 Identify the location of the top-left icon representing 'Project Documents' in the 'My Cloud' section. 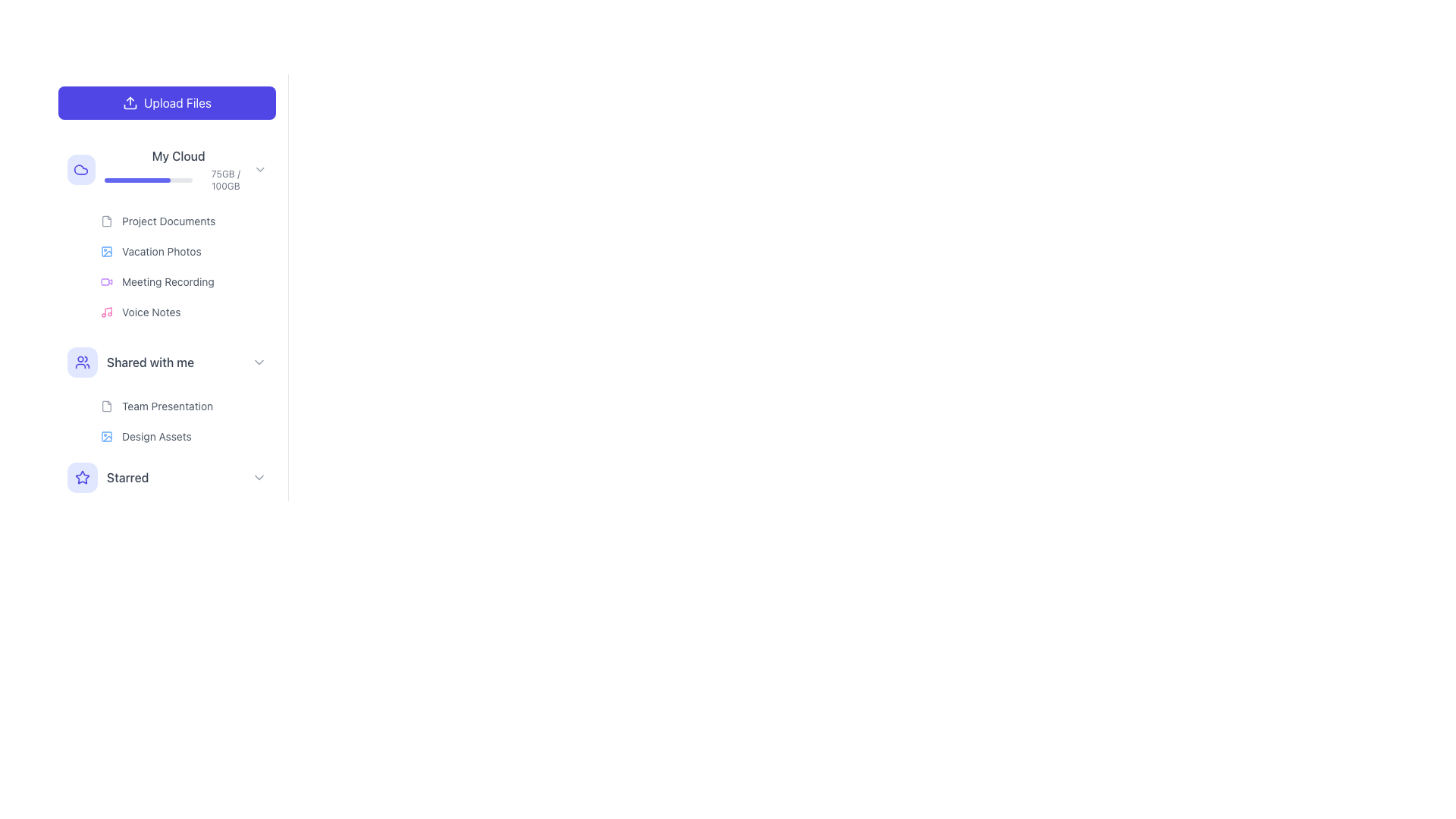
(105, 221).